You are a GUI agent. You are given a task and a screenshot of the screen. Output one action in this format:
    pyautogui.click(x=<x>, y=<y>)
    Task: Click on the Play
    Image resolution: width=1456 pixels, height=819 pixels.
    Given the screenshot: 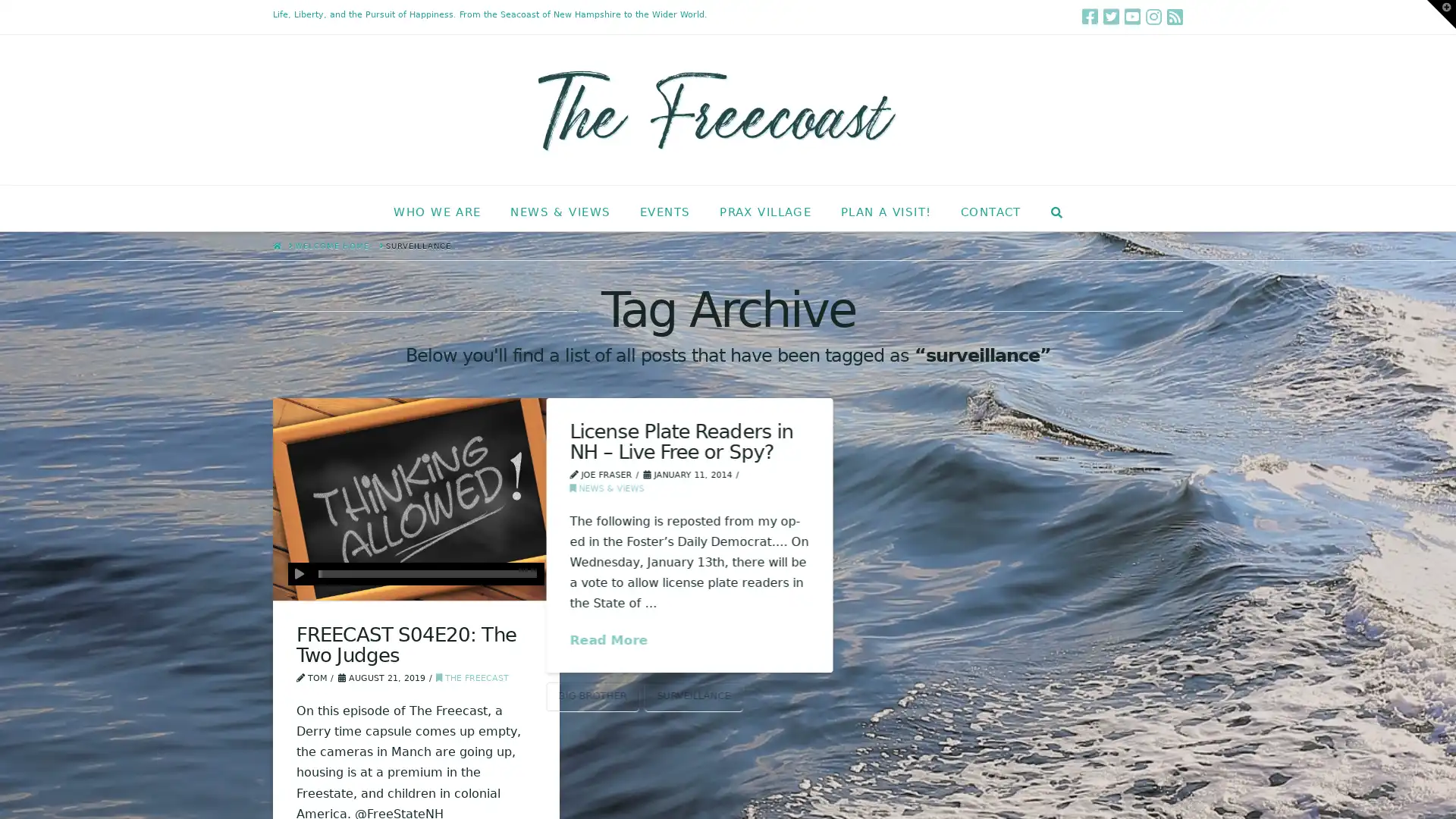 What is the action you would take?
    pyautogui.click(x=299, y=573)
    